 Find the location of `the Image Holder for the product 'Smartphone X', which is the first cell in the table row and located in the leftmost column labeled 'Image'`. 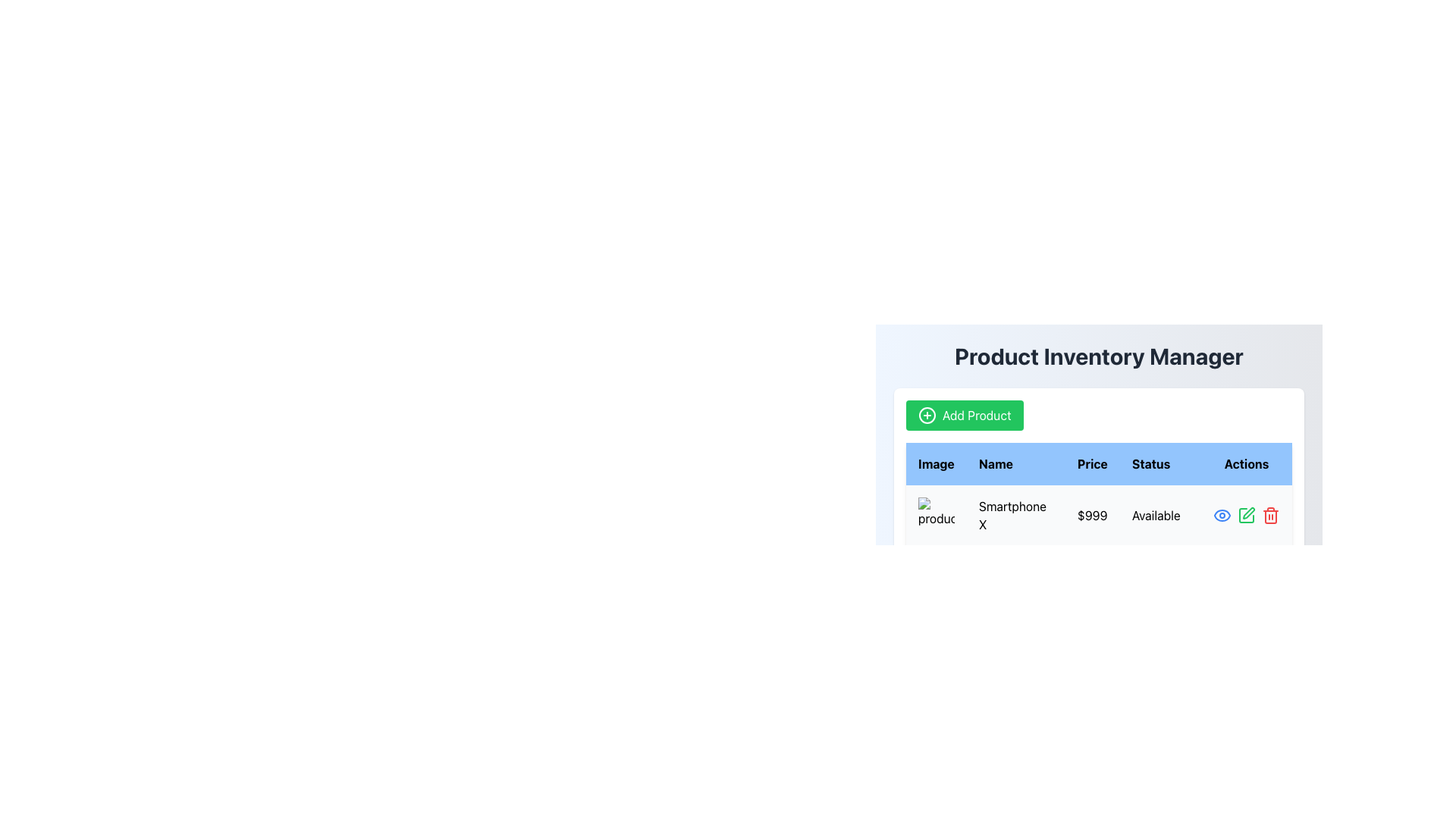

the Image Holder for the product 'Smartphone X', which is the first cell in the table row and located in the leftmost column labeled 'Image' is located at coordinates (935, 514).